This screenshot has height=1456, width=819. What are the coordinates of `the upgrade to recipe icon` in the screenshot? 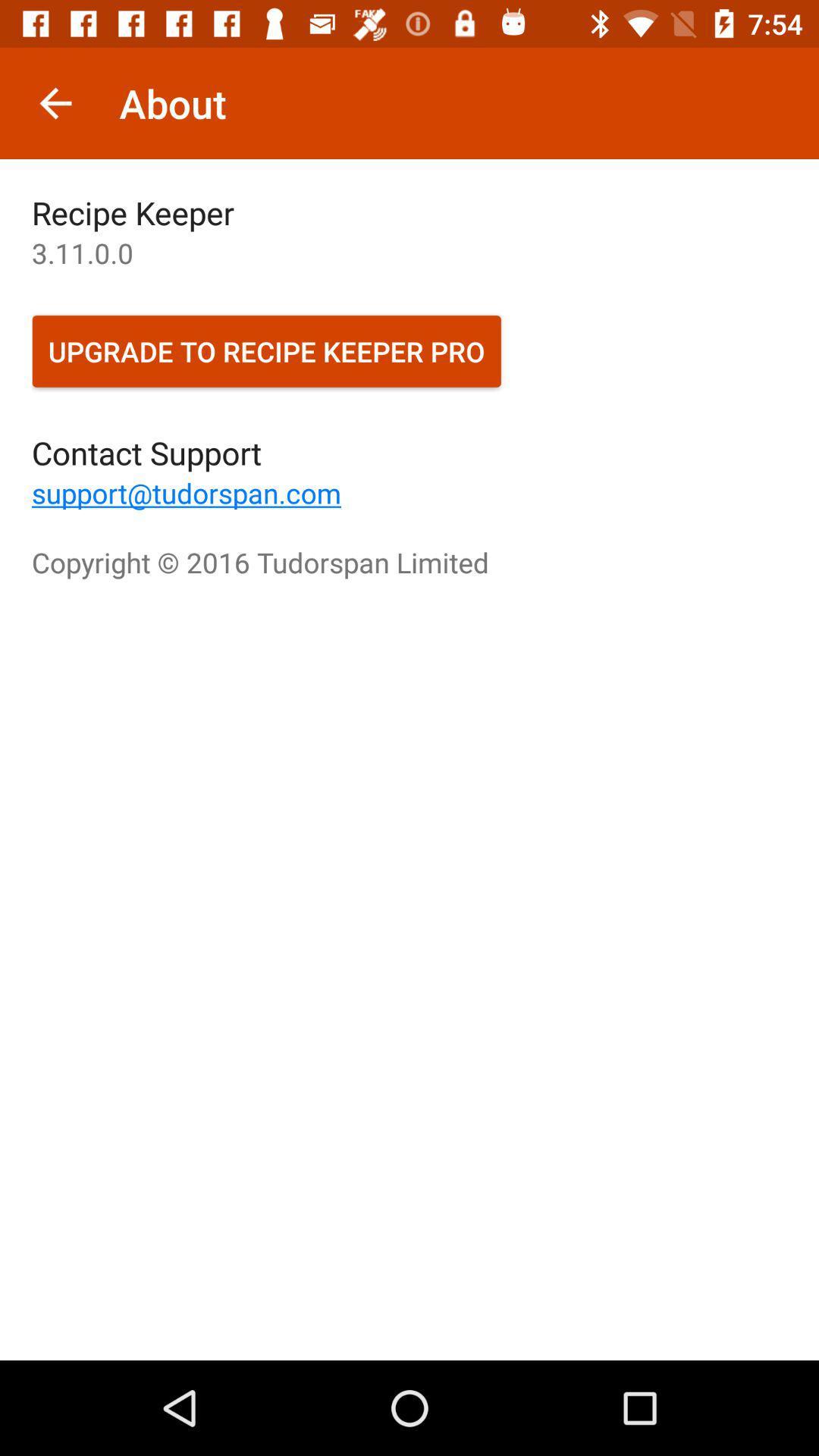 It's located at (265, 350).